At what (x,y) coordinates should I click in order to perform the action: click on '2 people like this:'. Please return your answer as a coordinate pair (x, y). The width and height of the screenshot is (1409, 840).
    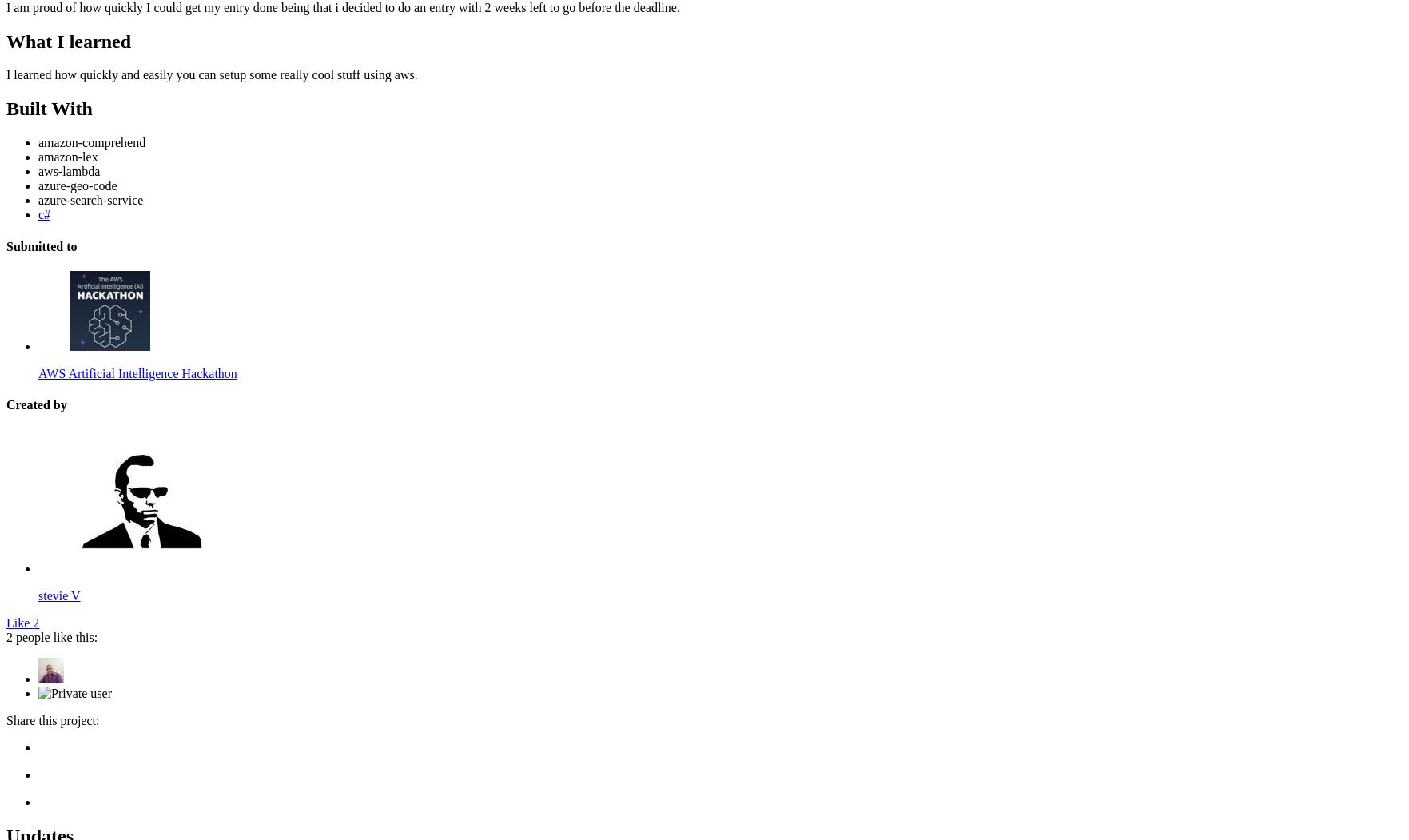
    Looking at the image, I should click on (52, 636).